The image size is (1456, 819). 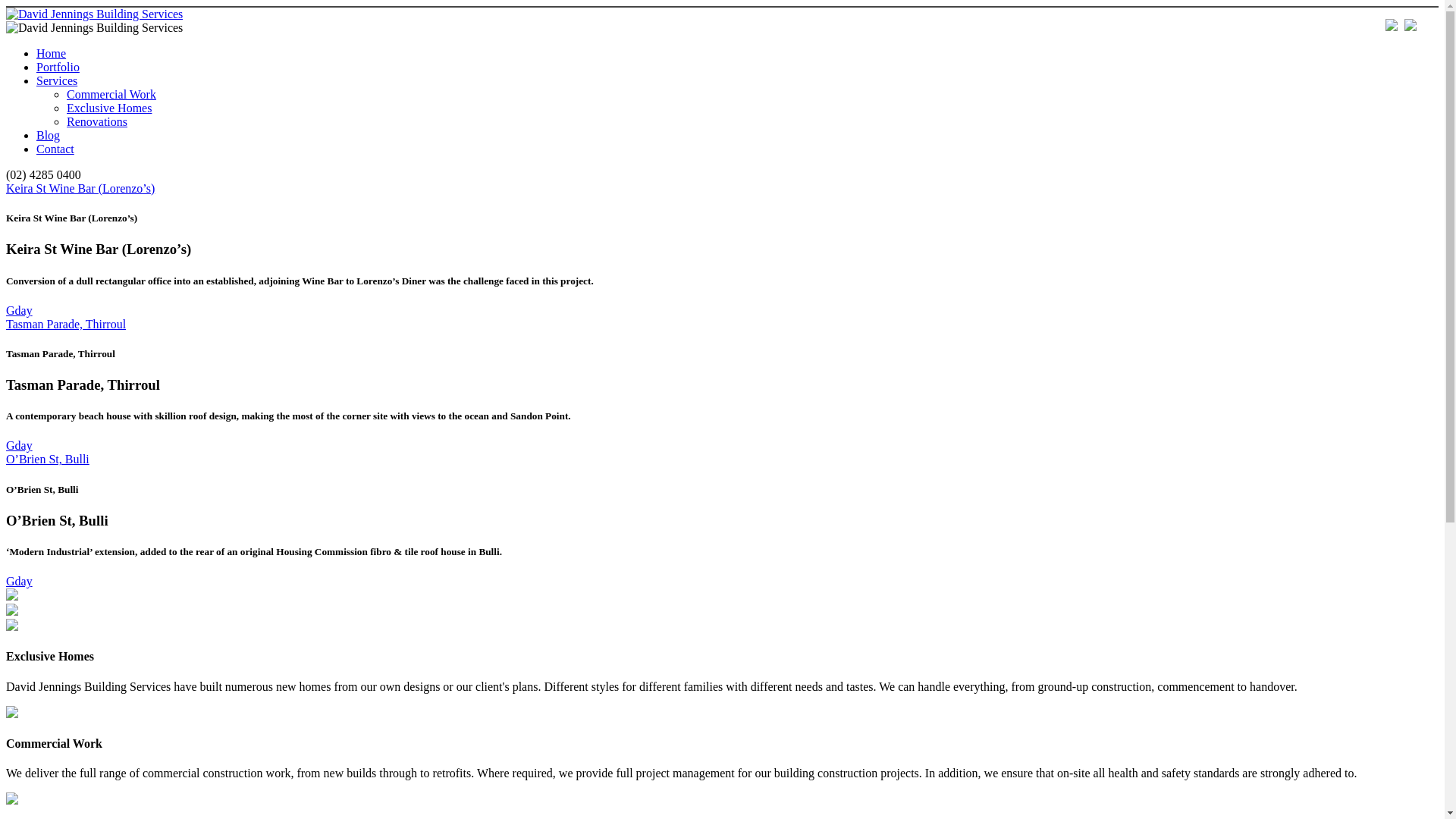 I want to click on 'Portfolio', so click(x=36, y=66).